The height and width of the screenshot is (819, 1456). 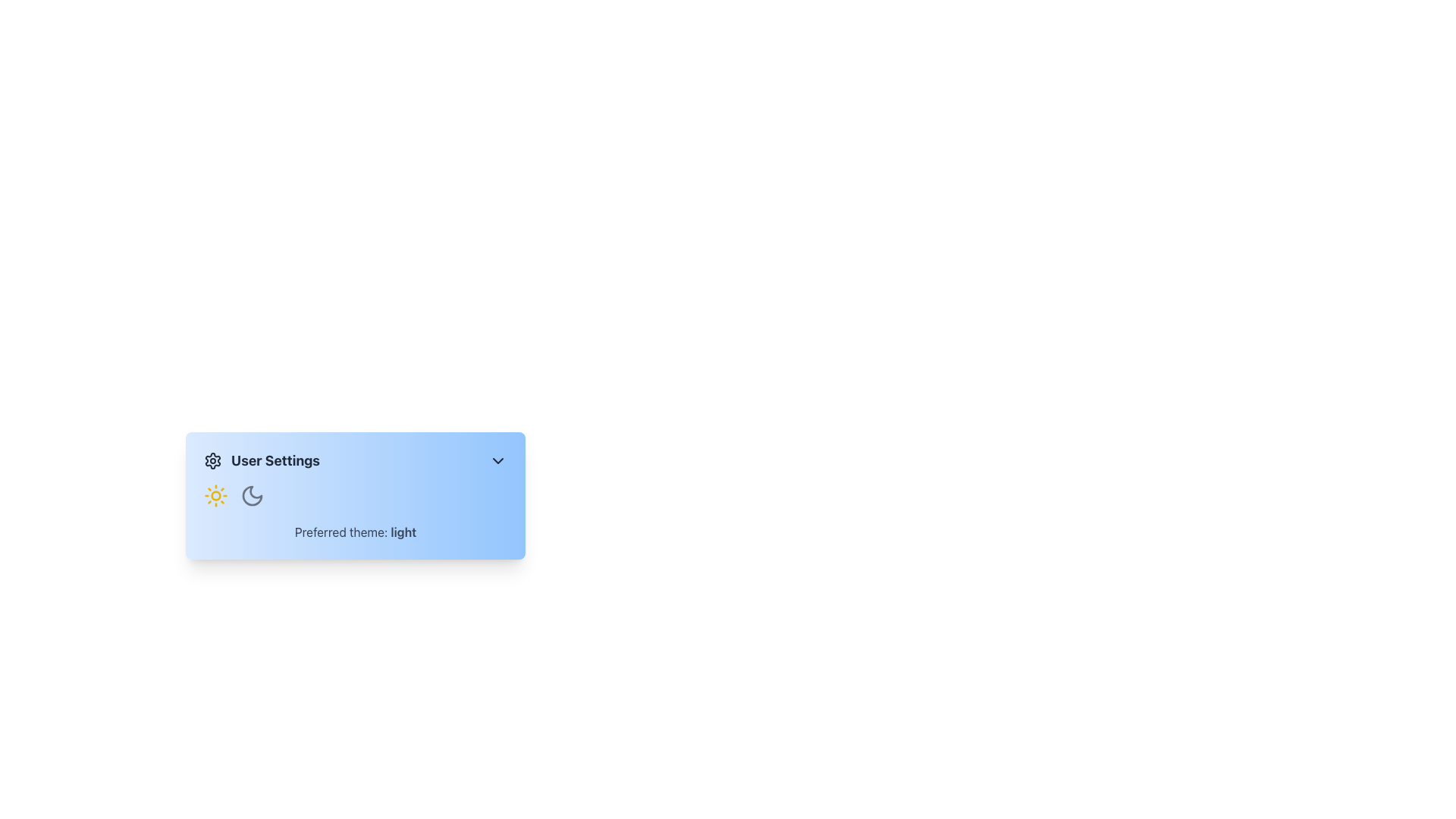 I want to click on to select the light theme option represented by the small filled circular shape within the sun icon in the 'User Settings' panel, so click(x=215, y=496).